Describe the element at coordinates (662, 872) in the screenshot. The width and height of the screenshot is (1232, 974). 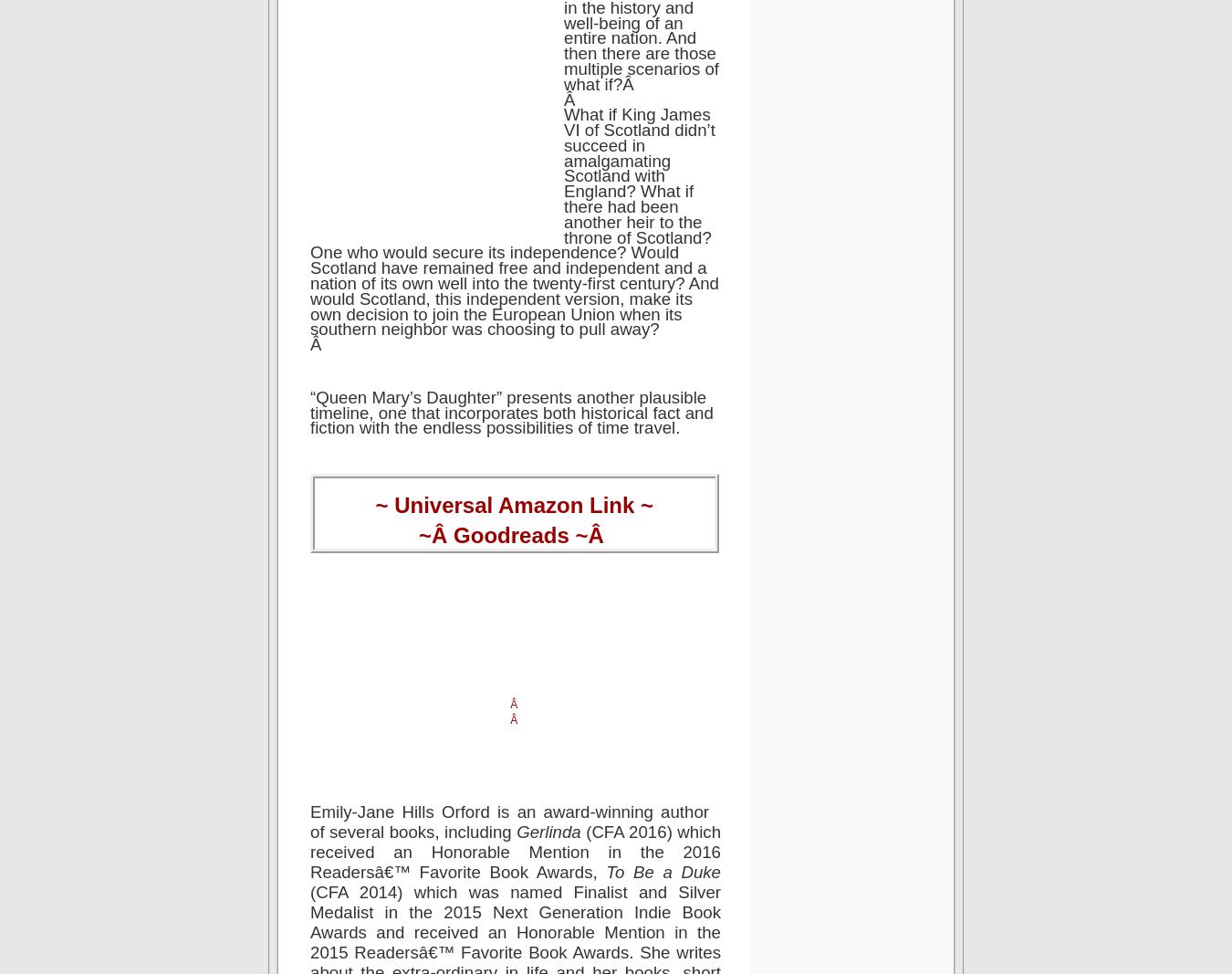
I see `'To Be a Duke'` at that location.